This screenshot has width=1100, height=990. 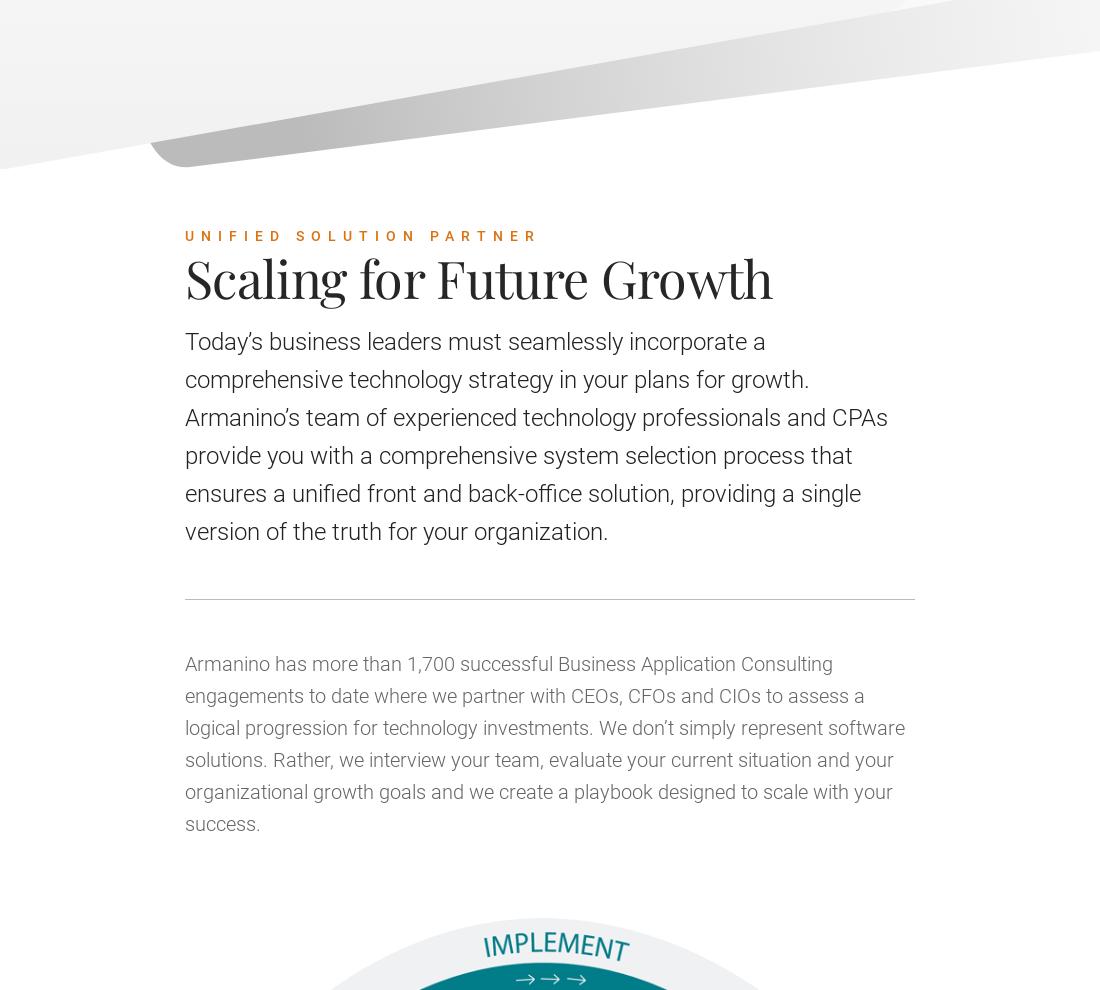 I want to click on 'October 26, 2023 | 04:00 PM - 05:00 PM UTC', so click(x=853, y=414).